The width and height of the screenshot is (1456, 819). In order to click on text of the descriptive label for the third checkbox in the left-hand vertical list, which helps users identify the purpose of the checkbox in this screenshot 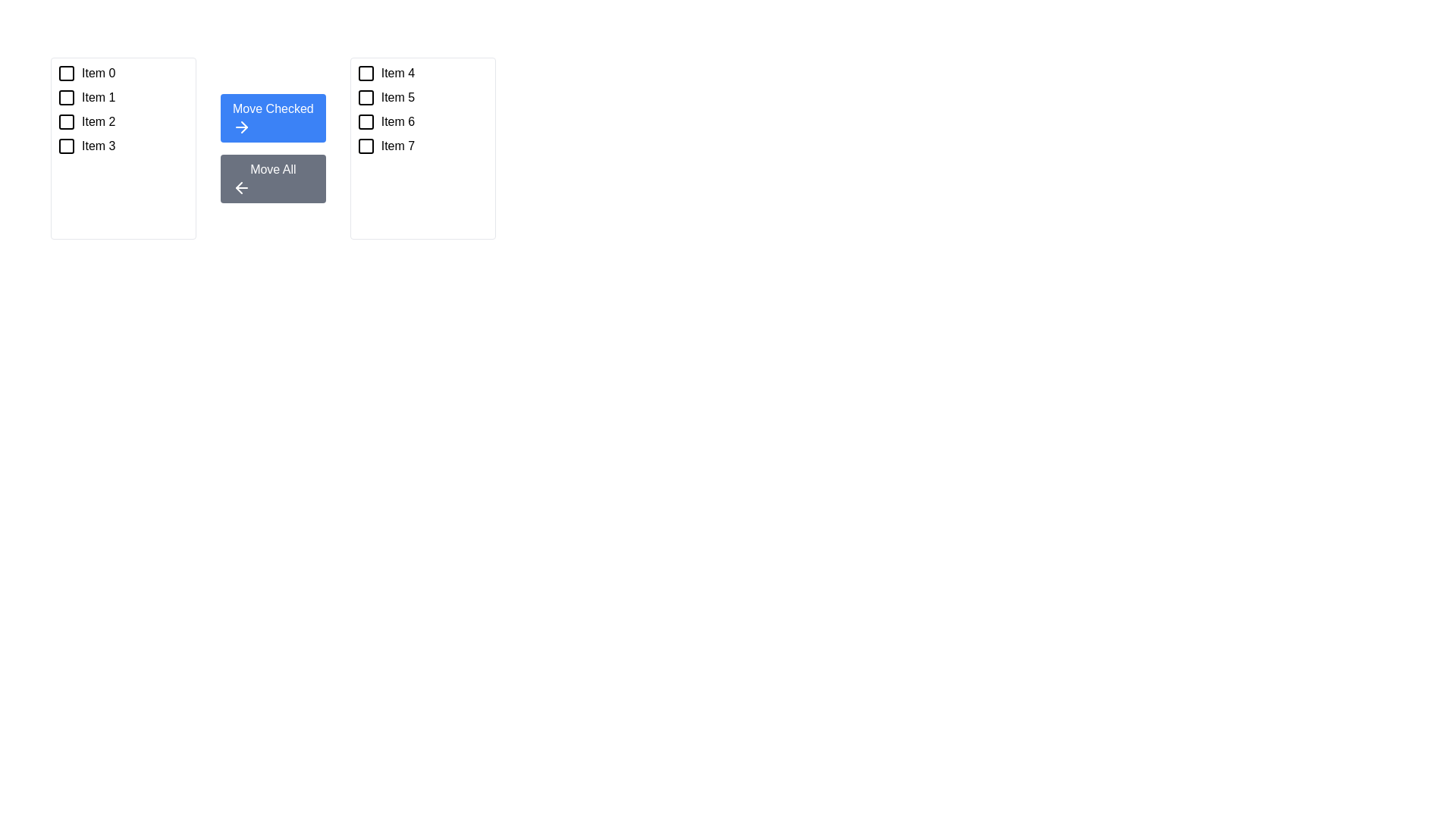, I will do `click(98, 121)`.